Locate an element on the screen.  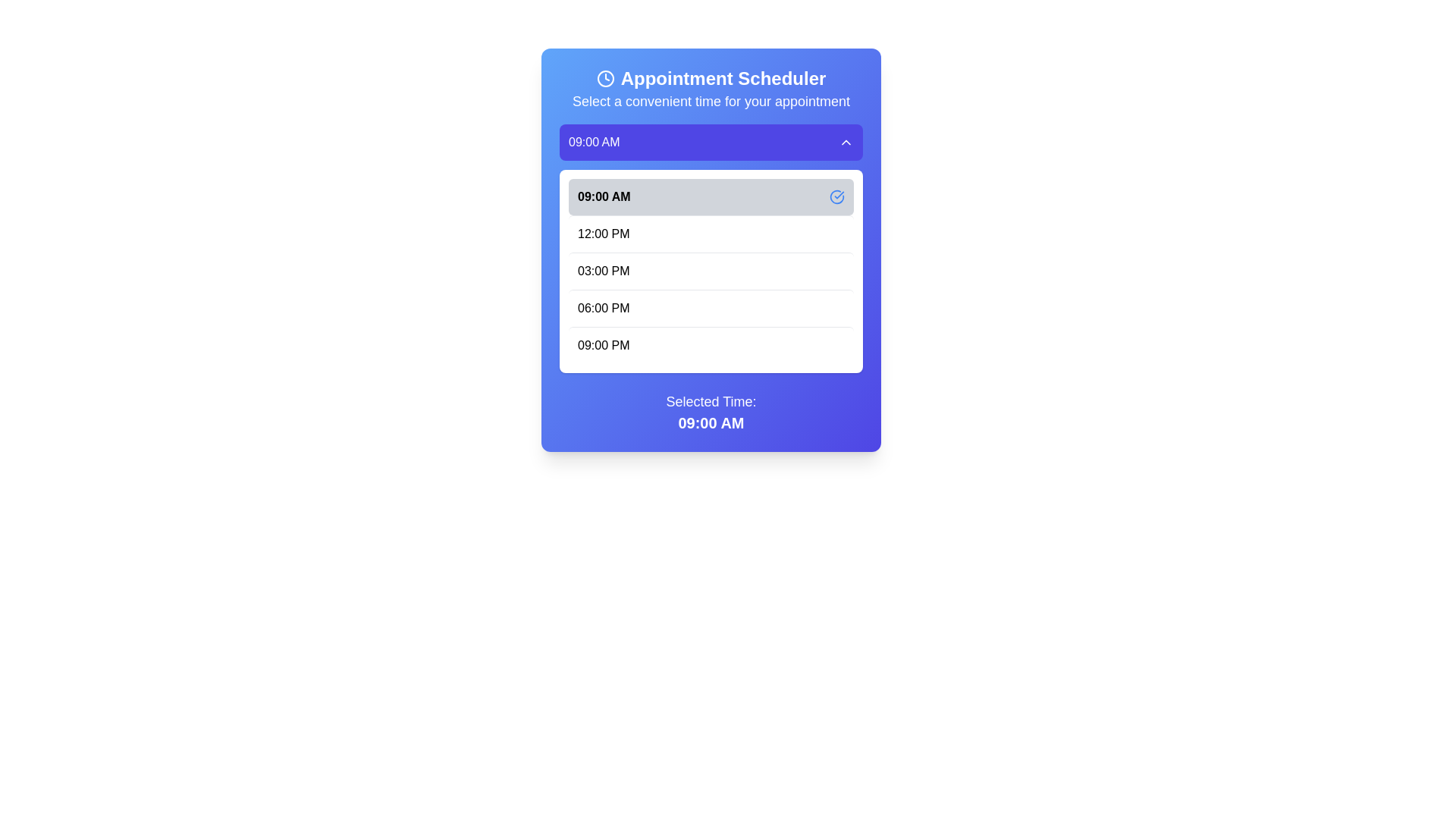
the informational label that displays the currently chosen time for an appointment, which is located at the bottom of the appointment scheduler's interface is located at coordinates (710, 412).